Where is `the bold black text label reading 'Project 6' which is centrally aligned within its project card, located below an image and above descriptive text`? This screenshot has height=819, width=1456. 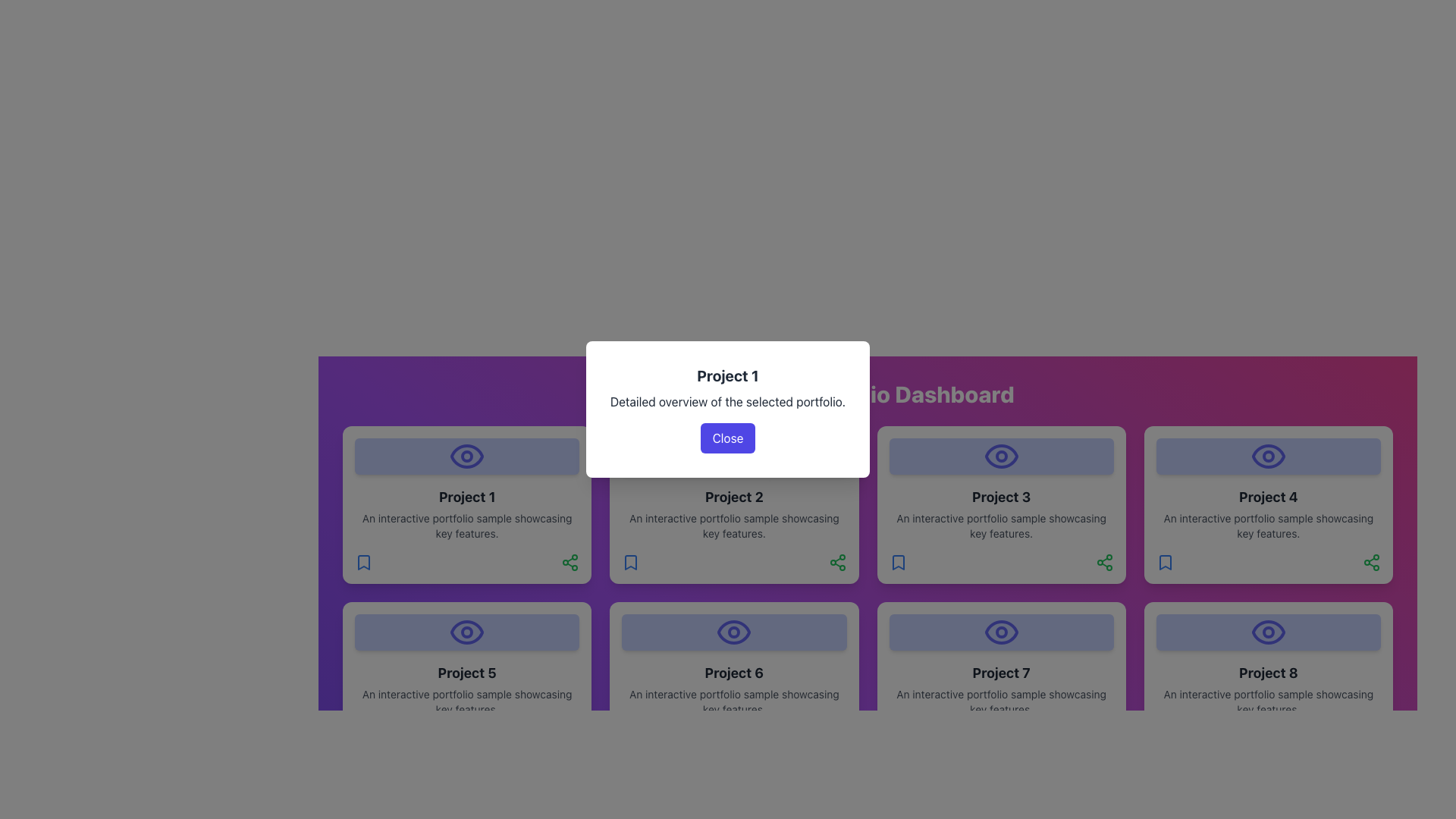 the bold black text label reading 'Project 6' which is centrally aligned within its project card, located below an image and above descriptive text is located at coordinates (734, 672).